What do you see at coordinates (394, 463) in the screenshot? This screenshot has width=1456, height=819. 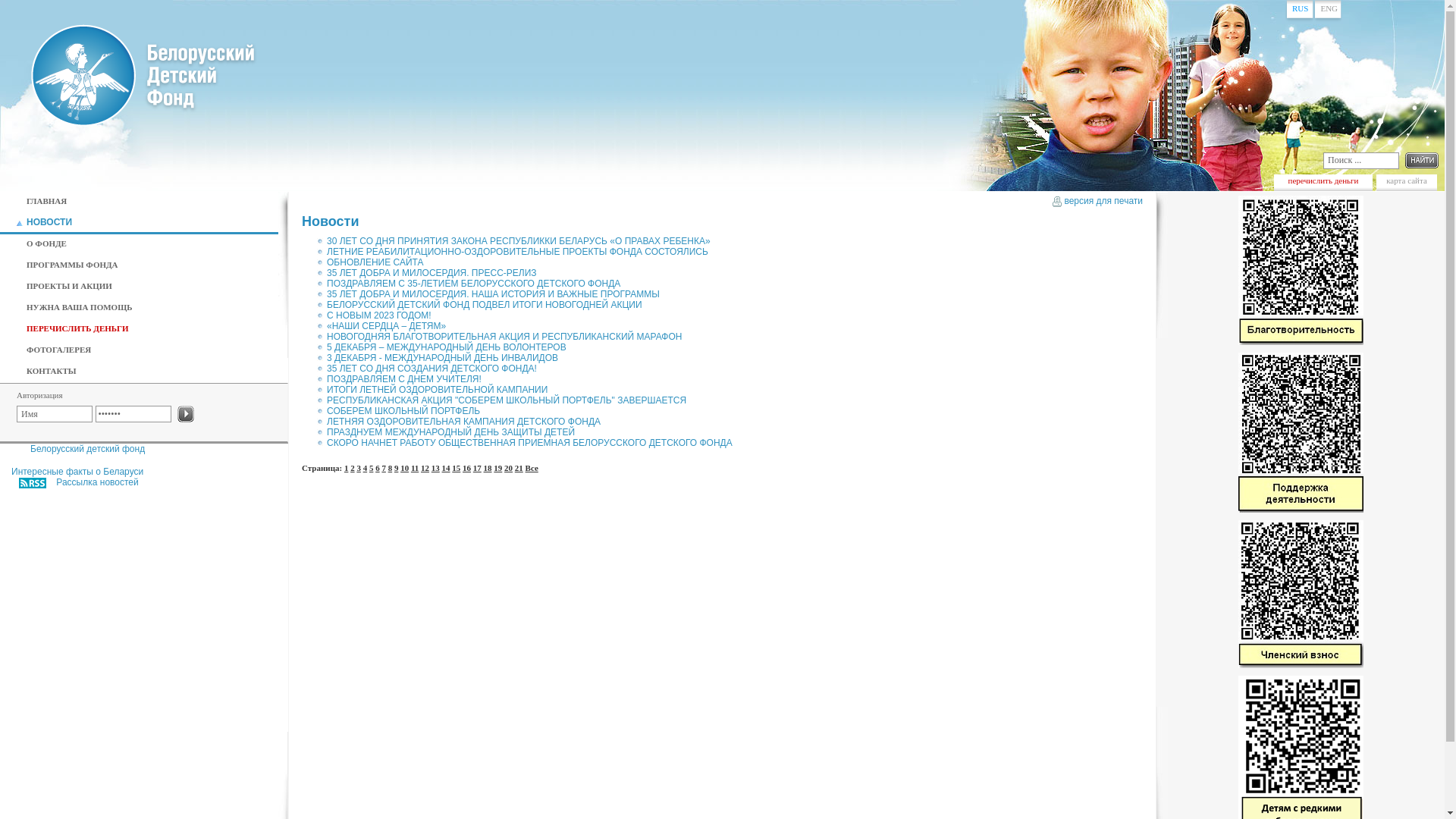 I see `'9'` at bounding box center [394, 463].